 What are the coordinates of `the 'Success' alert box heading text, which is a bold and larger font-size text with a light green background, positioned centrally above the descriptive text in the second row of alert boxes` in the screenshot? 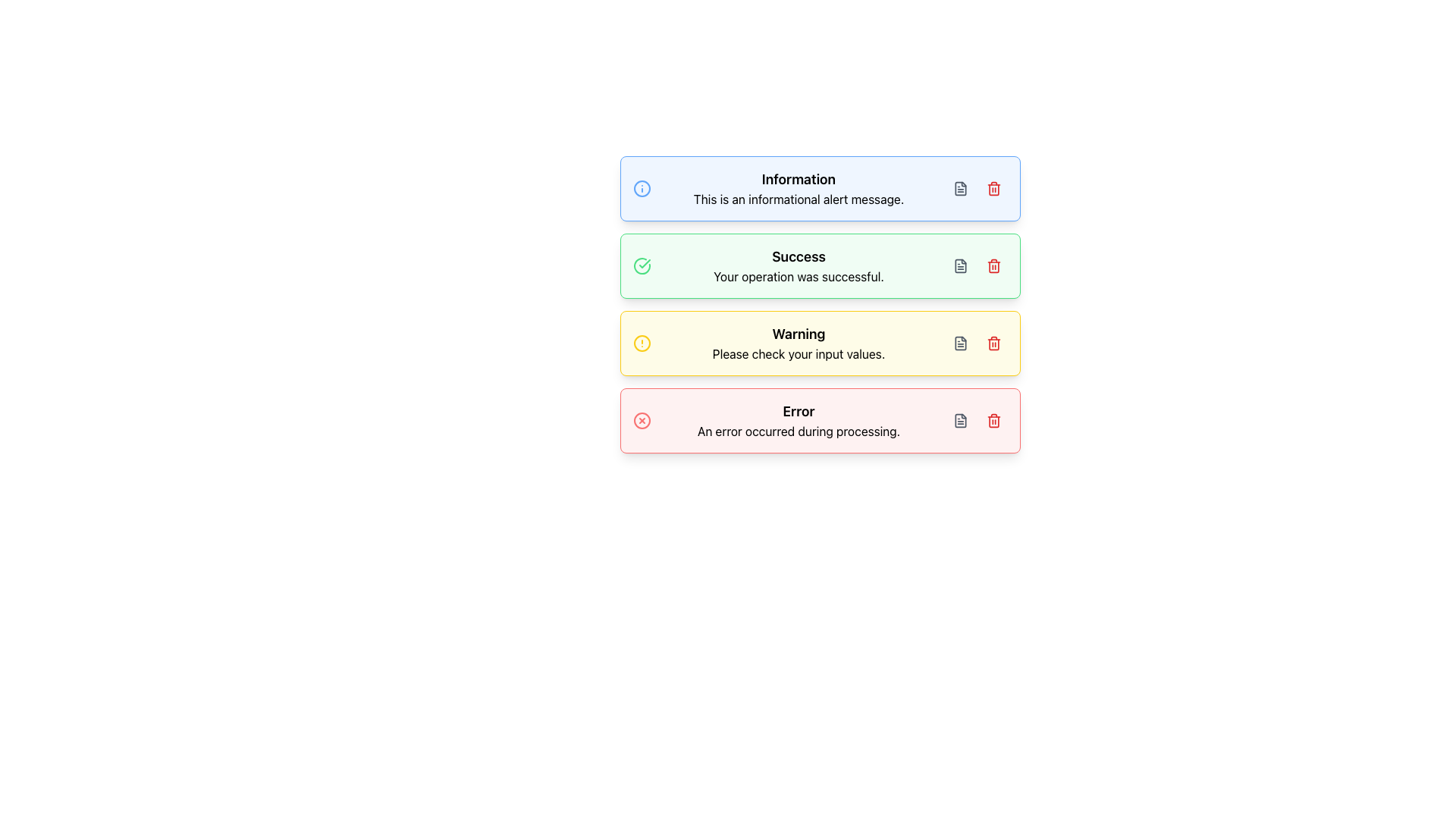 It's located at (798, 256).